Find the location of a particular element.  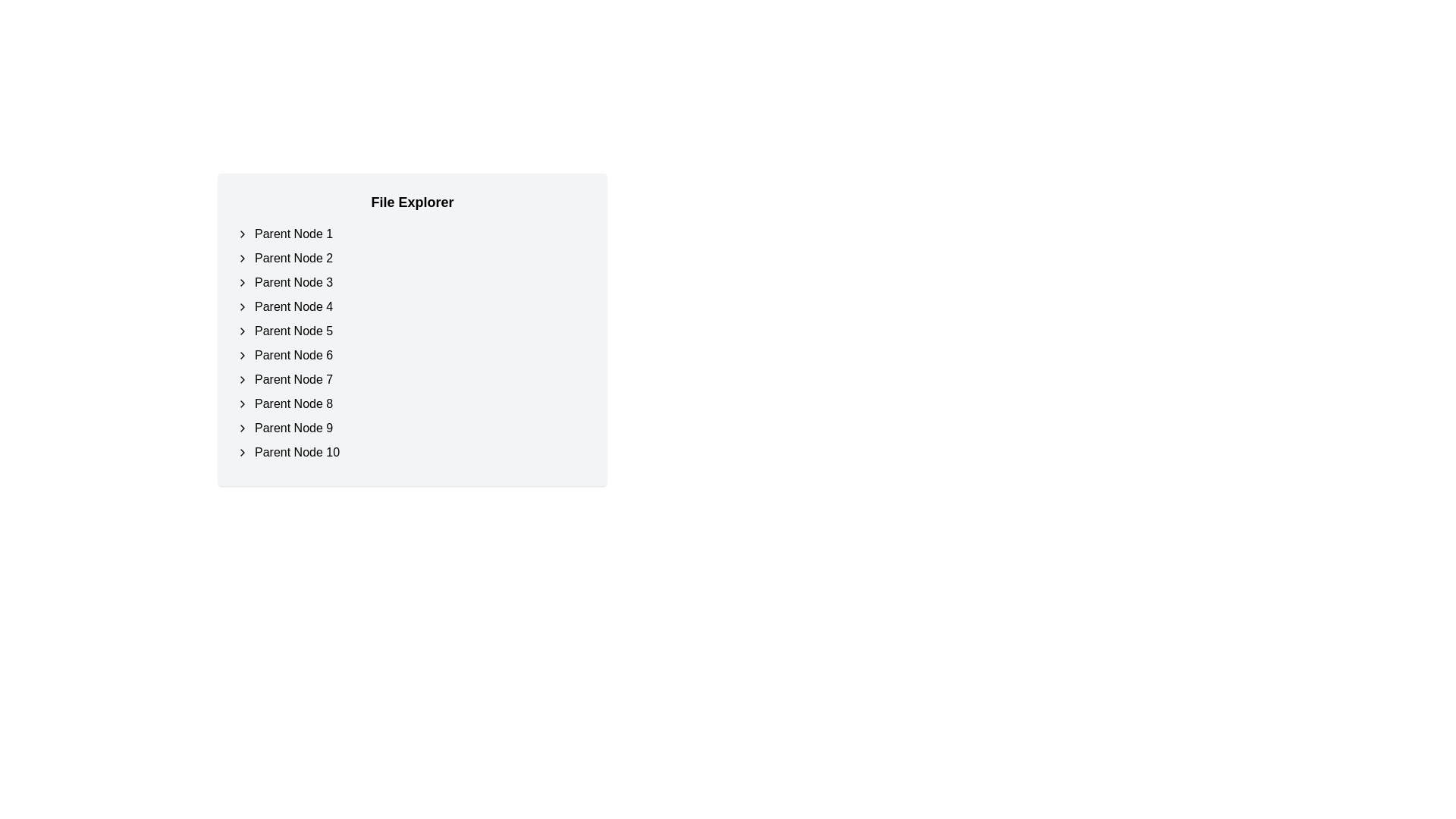

the text label for the fifth item in the 'File Explorer' list, which serves as a label for a tree node and is positioned to the right of the expandable/collapsible icon is located at coordinates (293, 330).